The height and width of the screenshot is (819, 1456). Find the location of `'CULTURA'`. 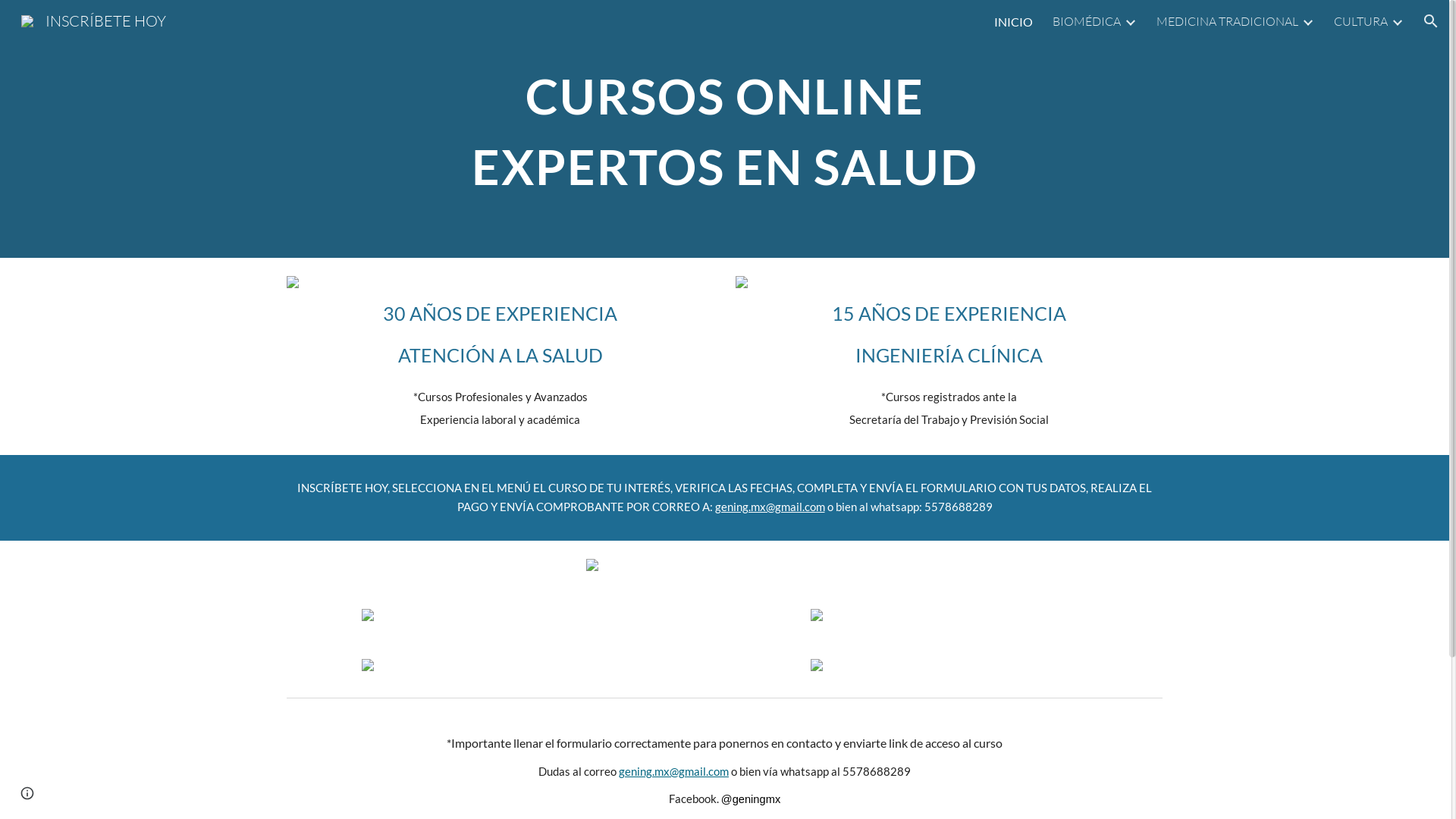

'CULTURA' is located at coordinates (1360, 20).